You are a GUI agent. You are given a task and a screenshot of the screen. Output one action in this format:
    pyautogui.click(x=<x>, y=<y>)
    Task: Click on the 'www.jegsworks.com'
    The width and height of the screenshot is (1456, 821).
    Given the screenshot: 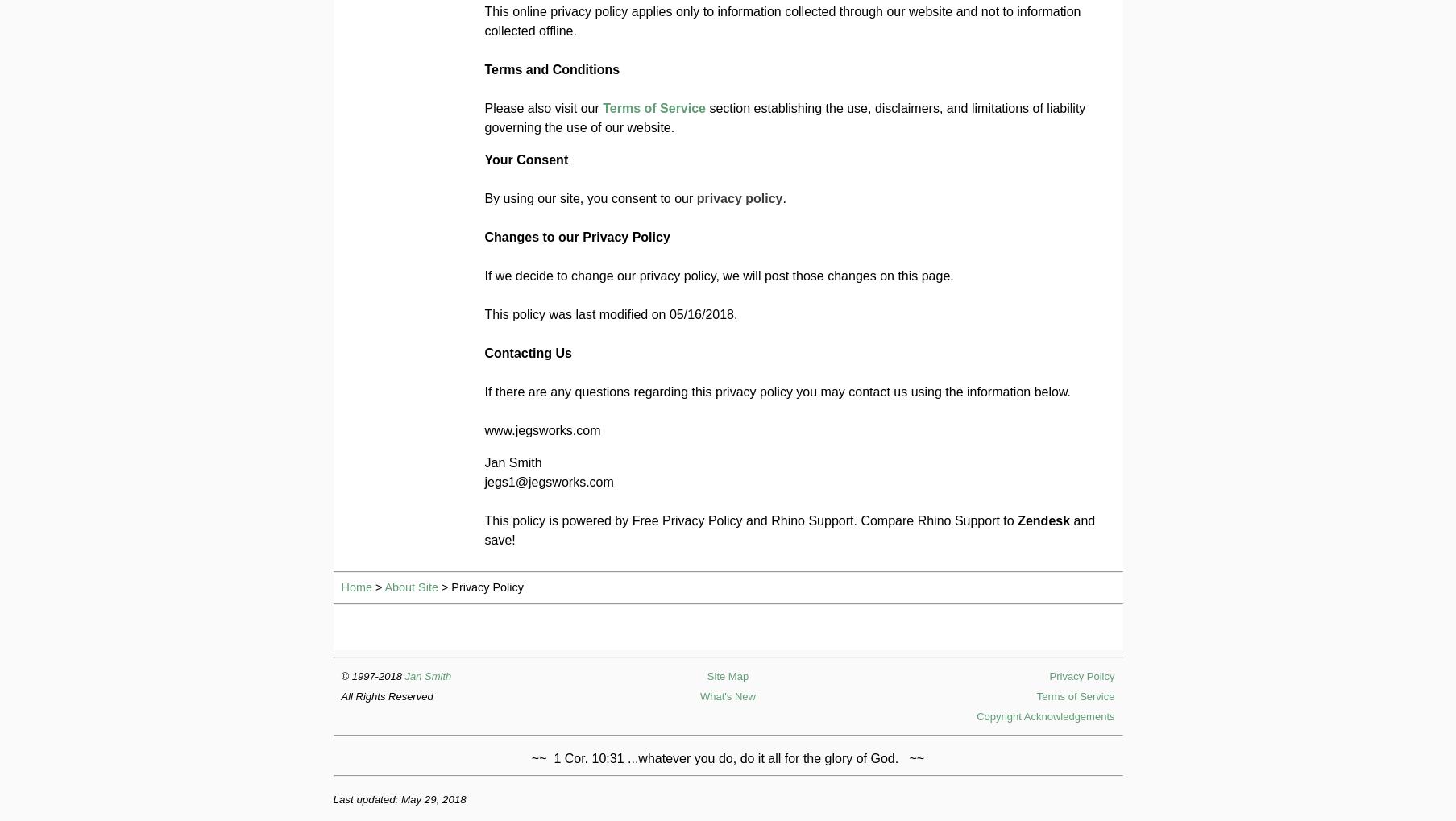 What is the action you would take?
    pyautogui.click(x=541, y=430)
    